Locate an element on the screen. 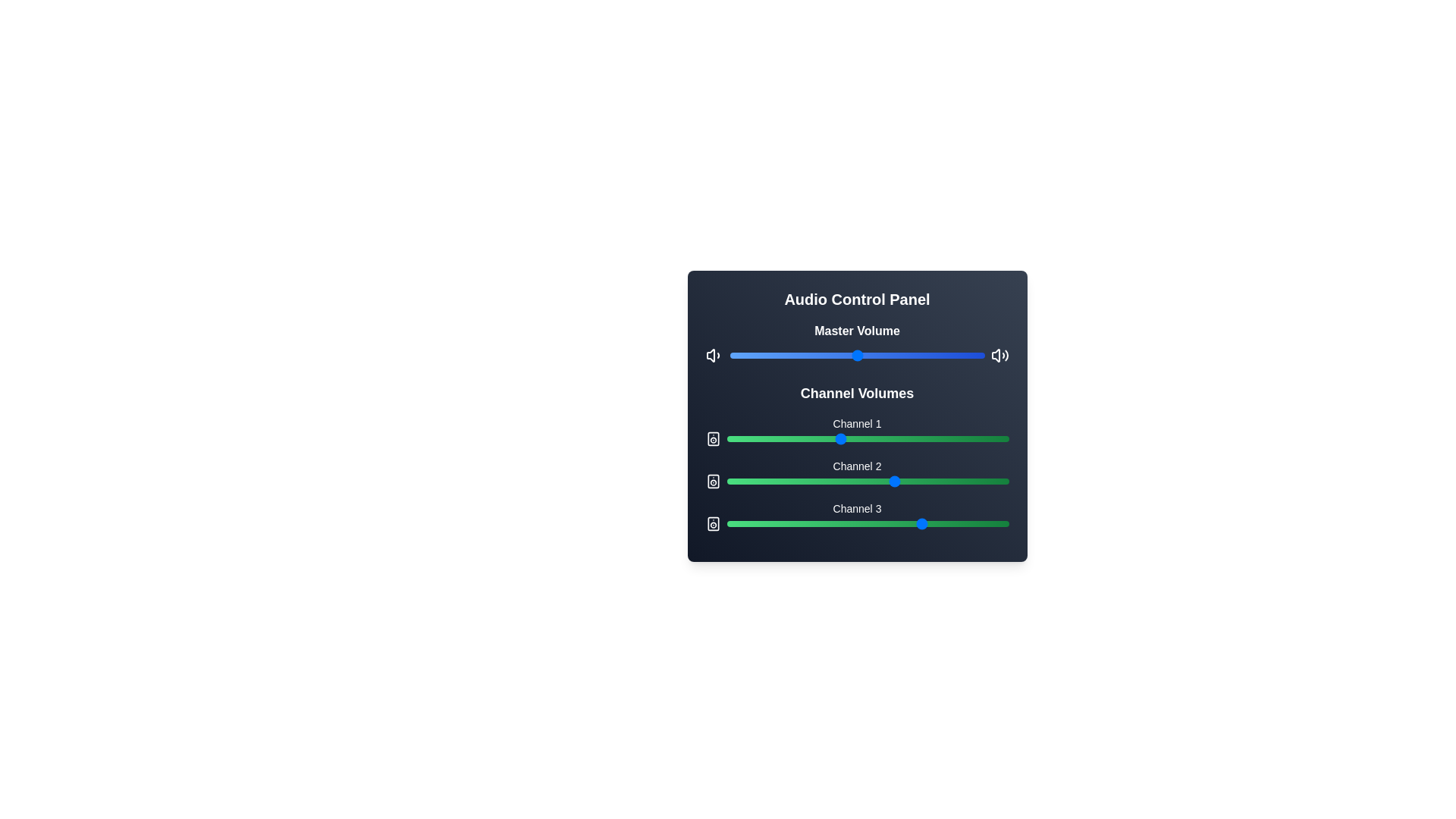 This screenshot has height=819, width=1456. the label that identifies the volume slider for 'Channel 3', which is located beneath the 'Channel Volumes' heading and aligns horizontally with the corresponding volume slider is located at coordinates (857, 509).